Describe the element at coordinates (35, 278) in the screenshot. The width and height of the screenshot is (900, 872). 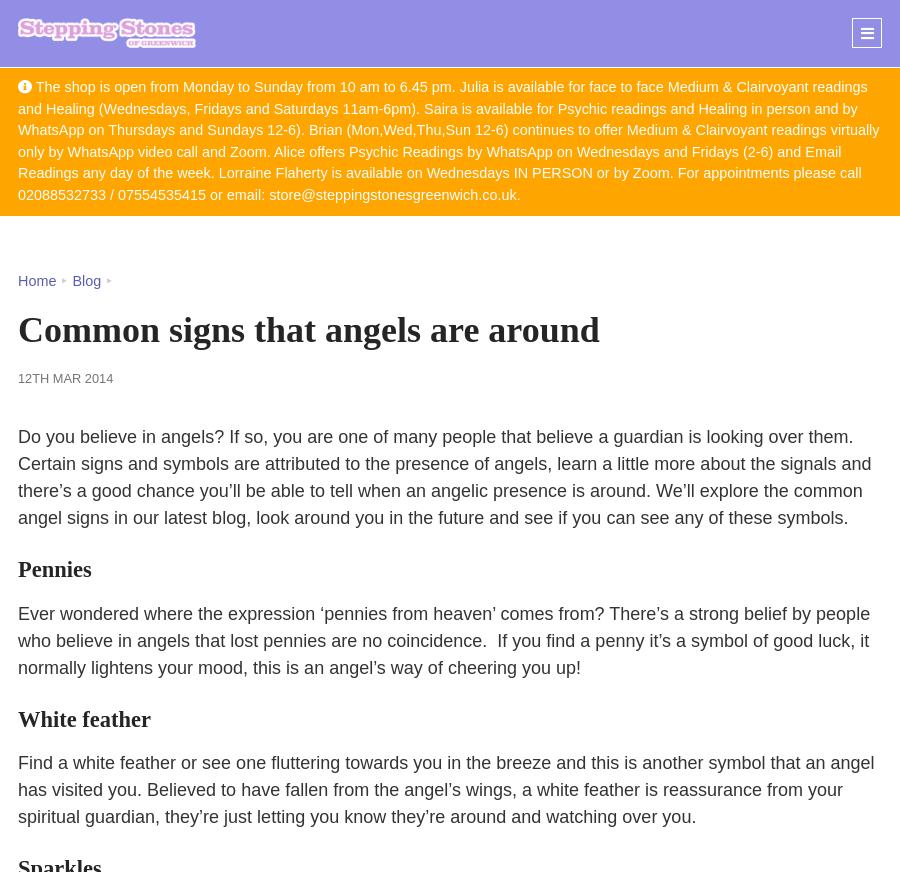
I see `'Home'` at that location.